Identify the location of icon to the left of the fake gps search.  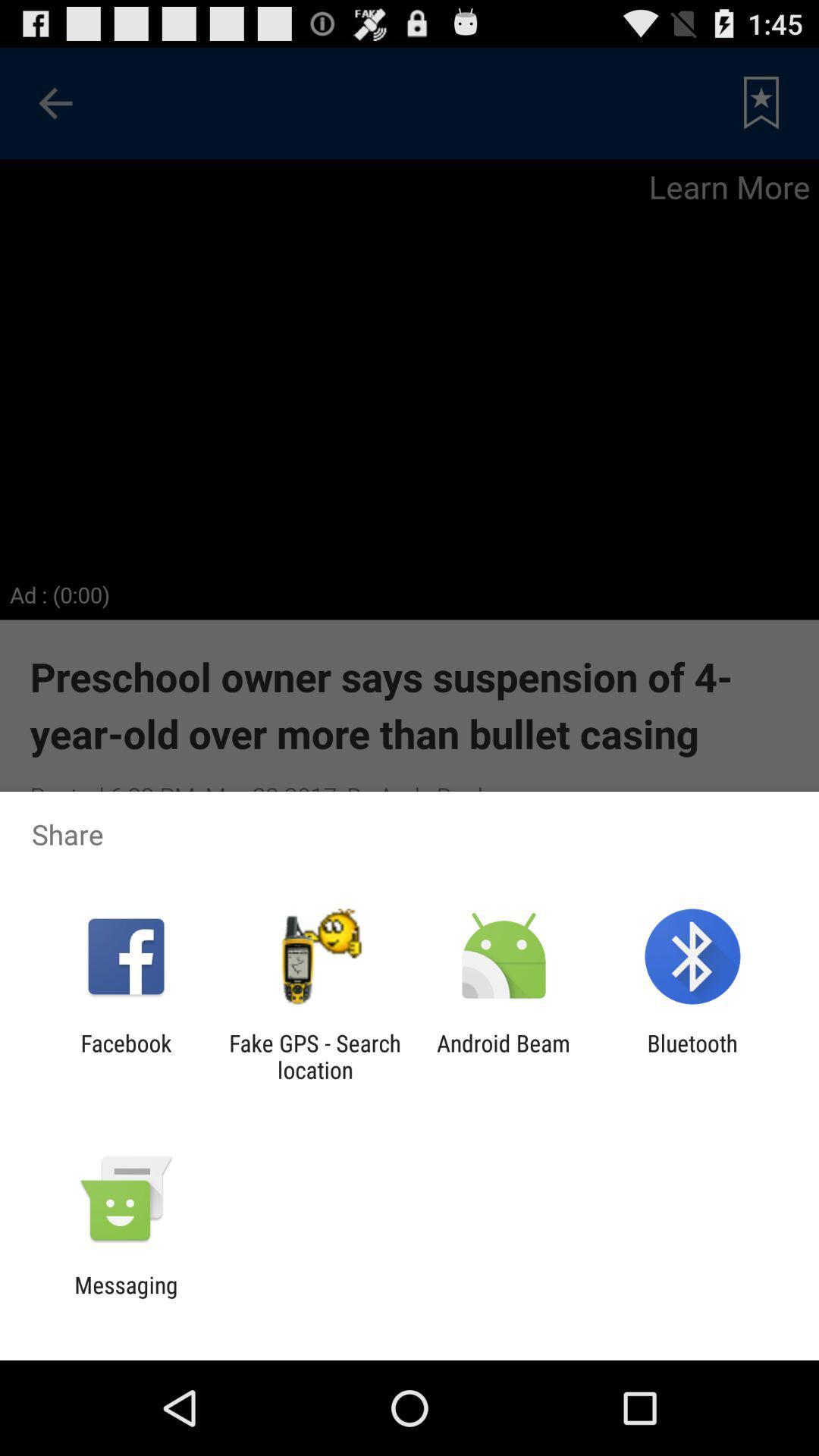
(125, 1056).